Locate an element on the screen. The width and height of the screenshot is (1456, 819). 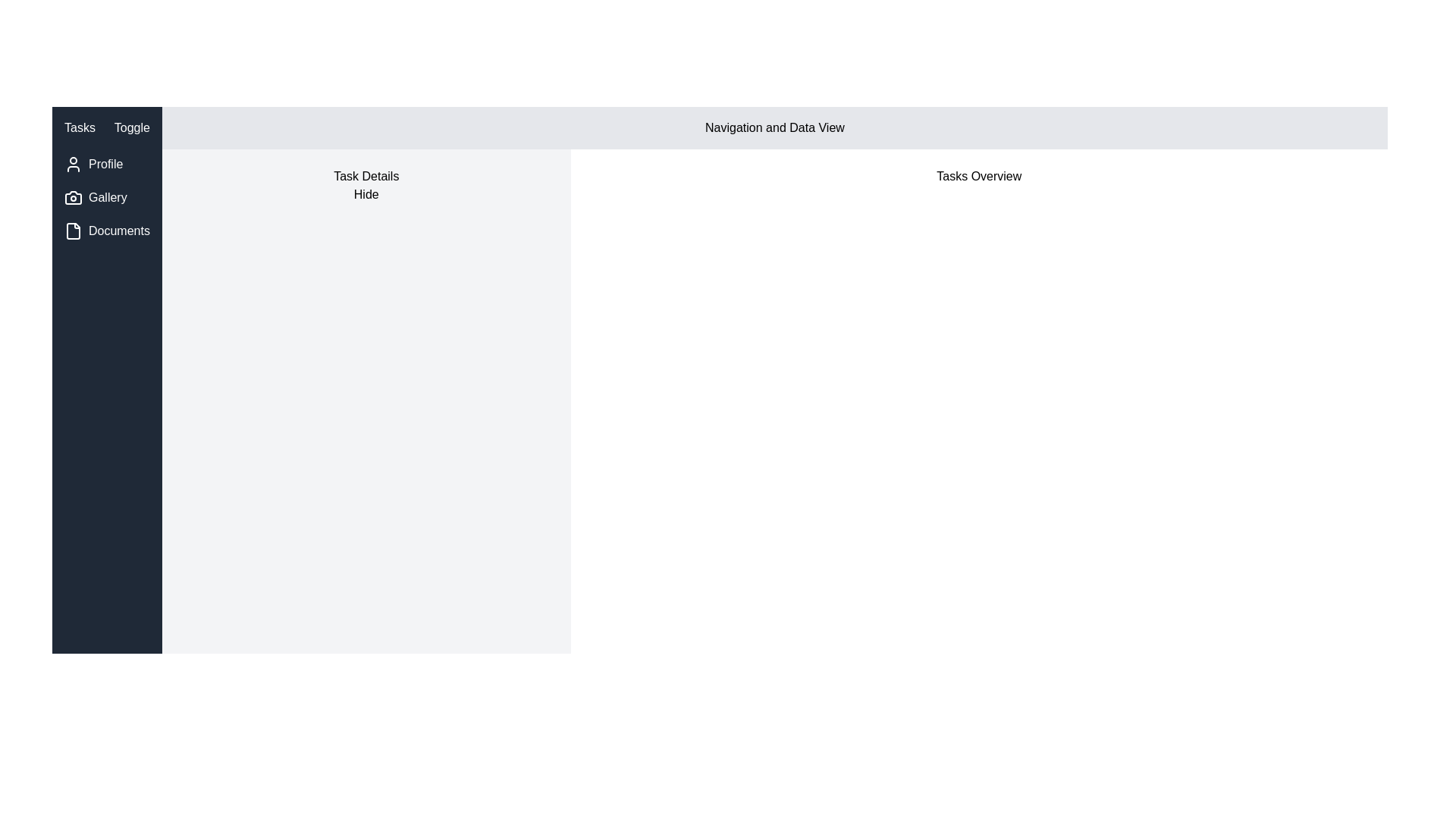
the Header element with a light gray background that contains the text 'Navigation and Data View' centered within it is located at coordinates (775, 127).